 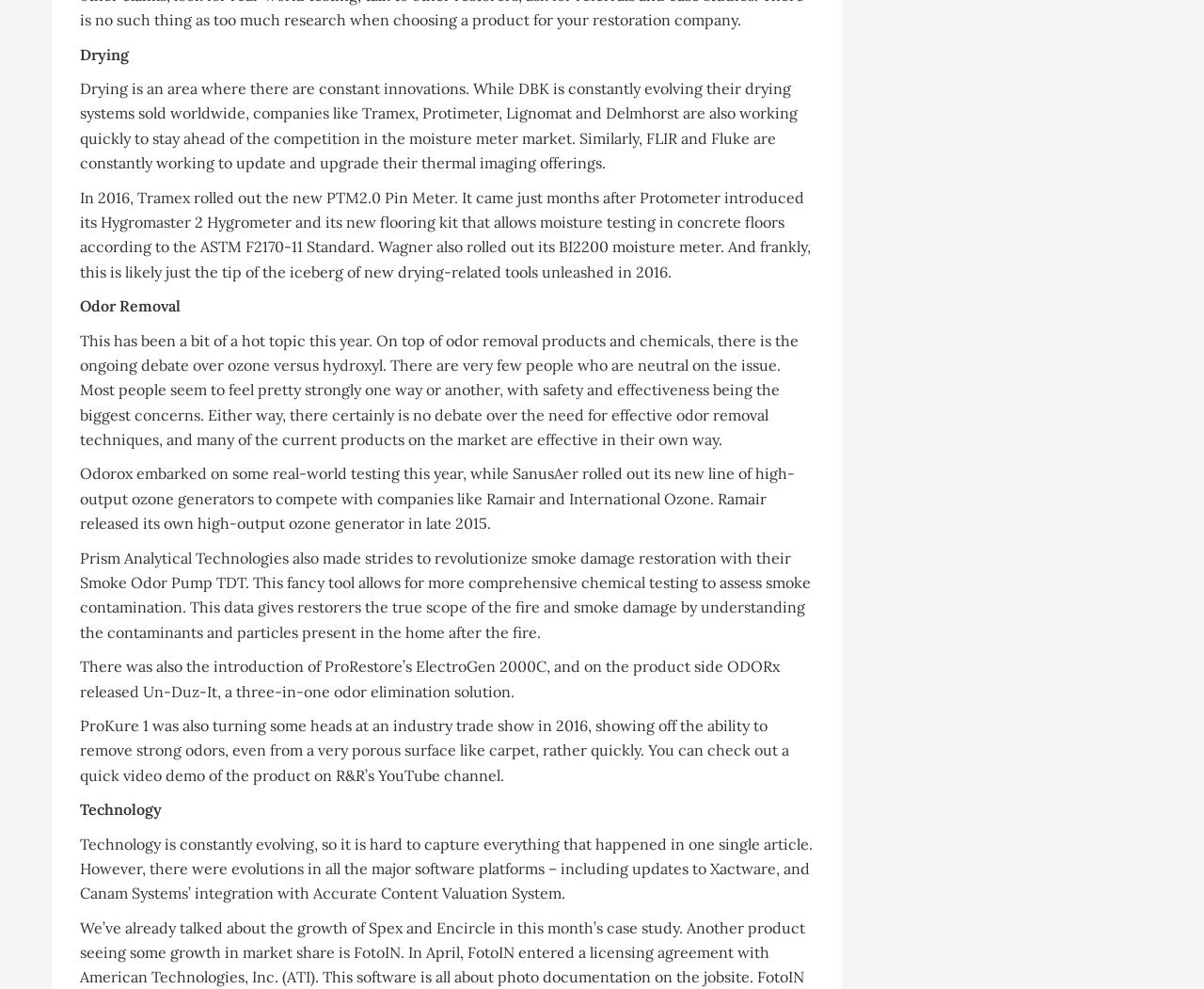 I want to click on 'Drying is an area where there are constant innovations. While DBK is constantly evolving their drying systems sold worldwide, companies like Tramex, Protimeter, Lignomat and Delmhorst are also working quickly to stay ahead of the competition in the moisture meter market. Similarly, FLIR and Fluke are constantly working to update and upgrade their thermal imaging offerings.', so click(x=437, y=123).